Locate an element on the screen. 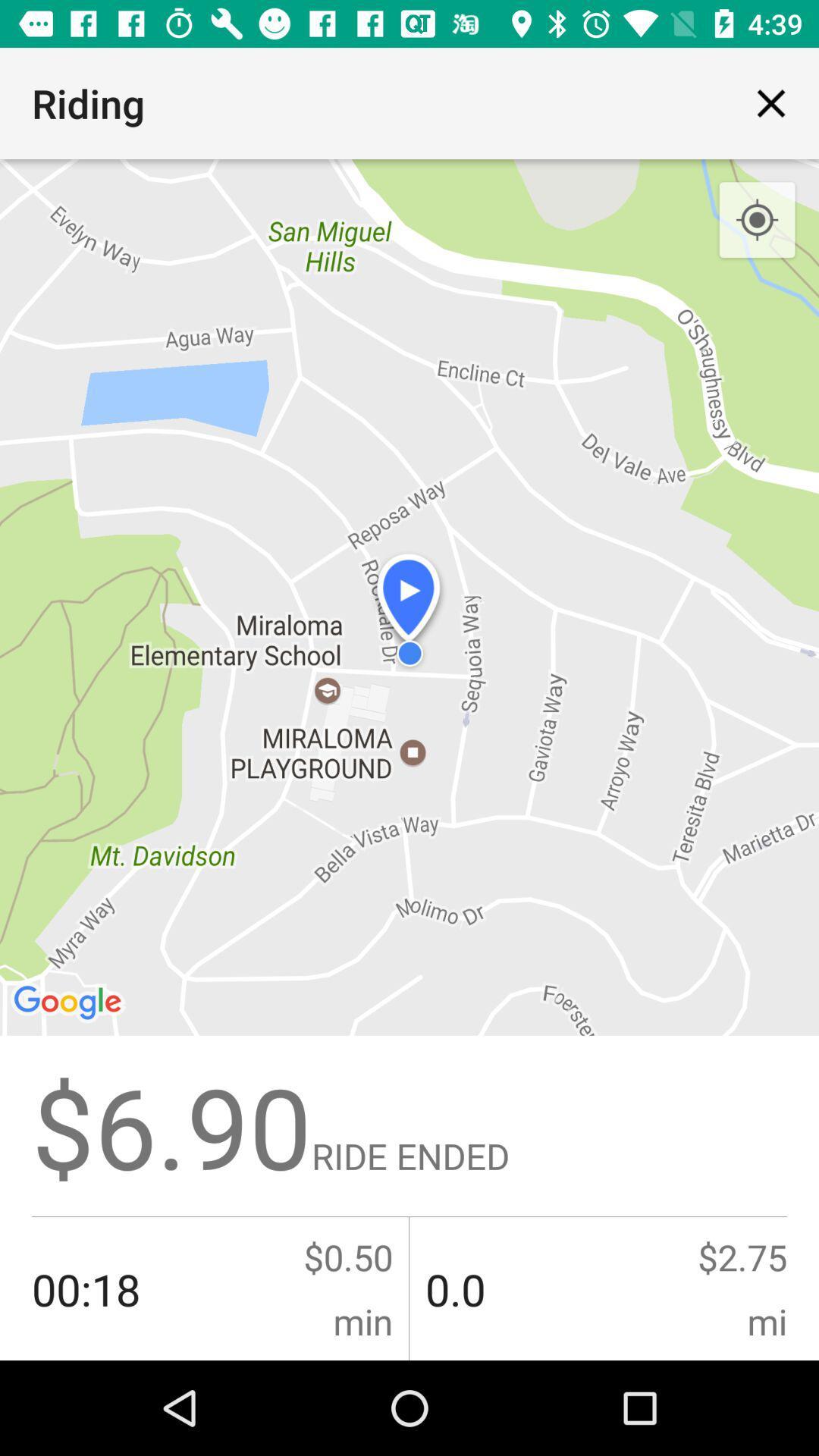 This screenshot has height=1456, width=819. icon next to the riding item is located at coordinates (771, 102).